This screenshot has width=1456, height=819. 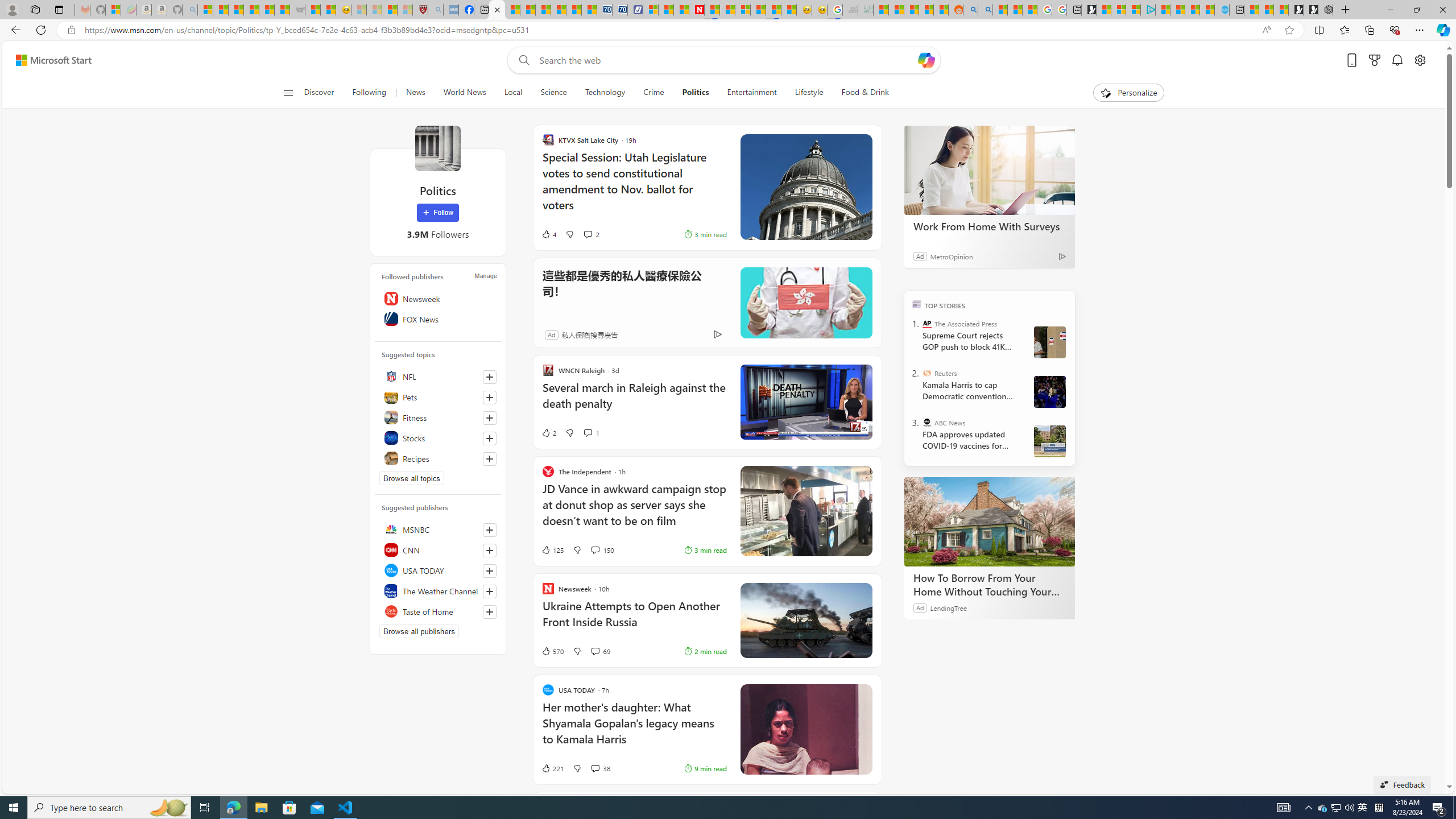 I want to click on 'View comments 150 Comment', so click(x=594, y=549).